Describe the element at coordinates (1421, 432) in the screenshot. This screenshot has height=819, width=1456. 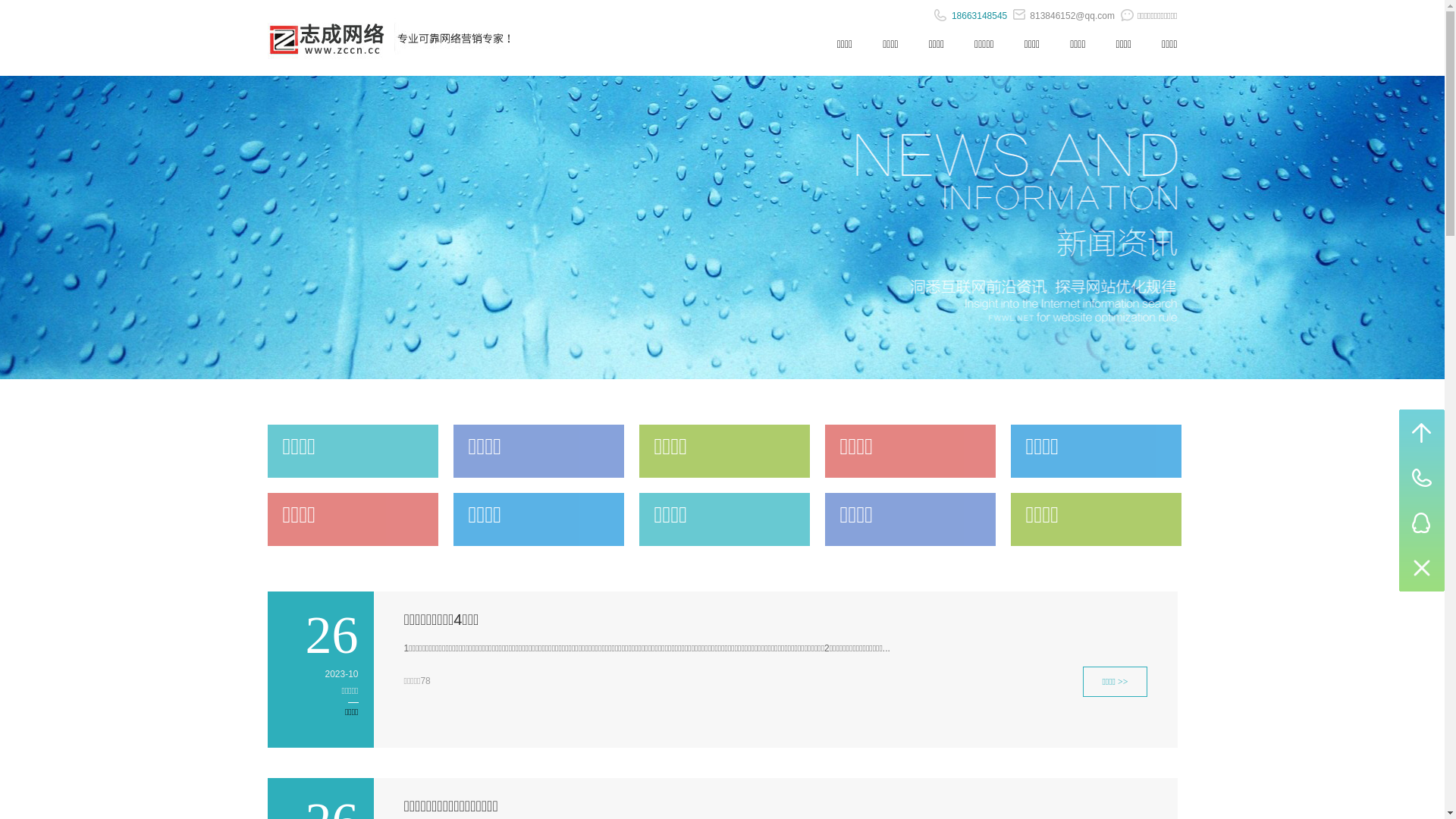
I see `'0'` at that location.